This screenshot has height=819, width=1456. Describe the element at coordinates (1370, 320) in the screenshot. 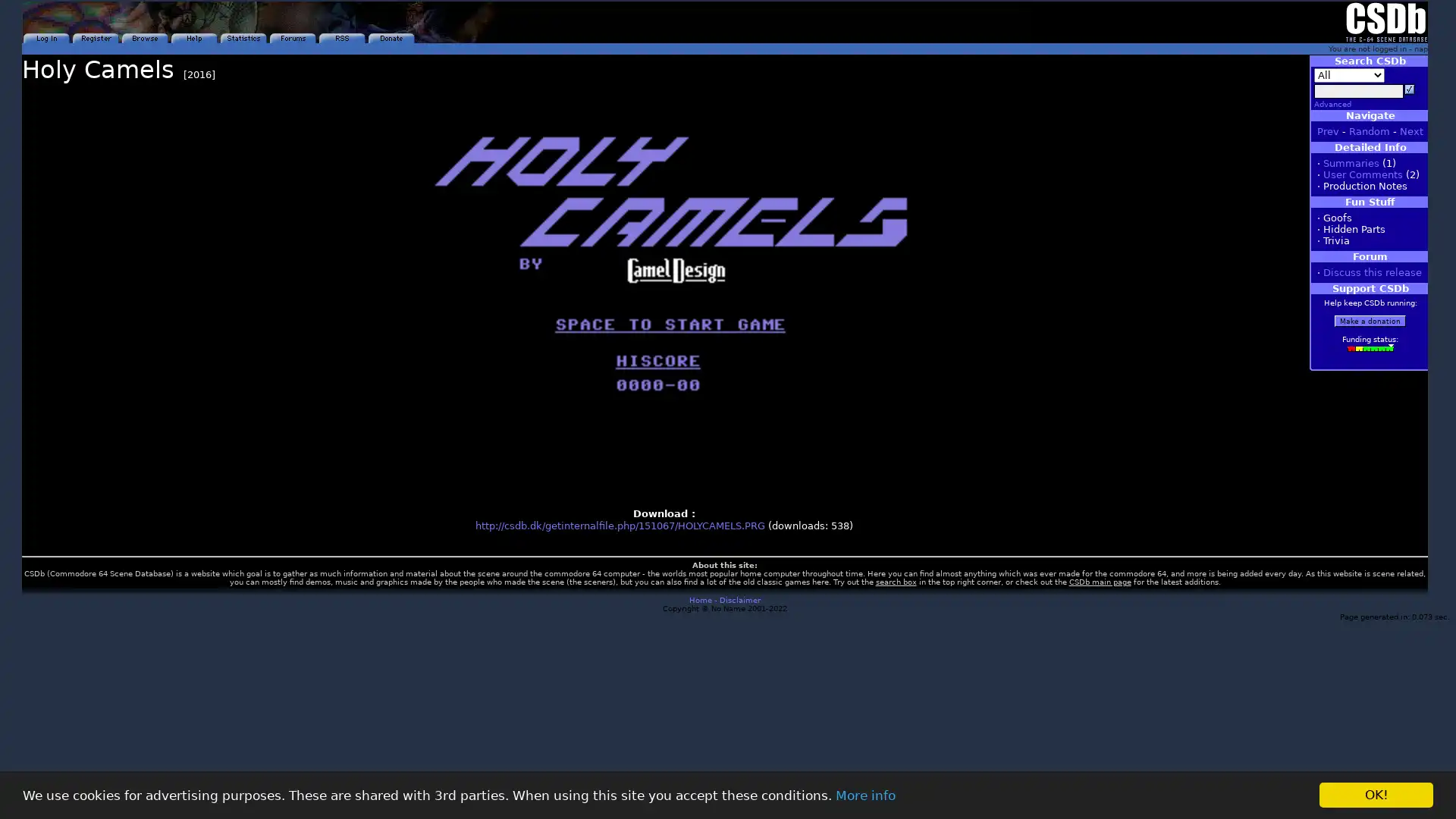

I see `Make a donation` at that location.